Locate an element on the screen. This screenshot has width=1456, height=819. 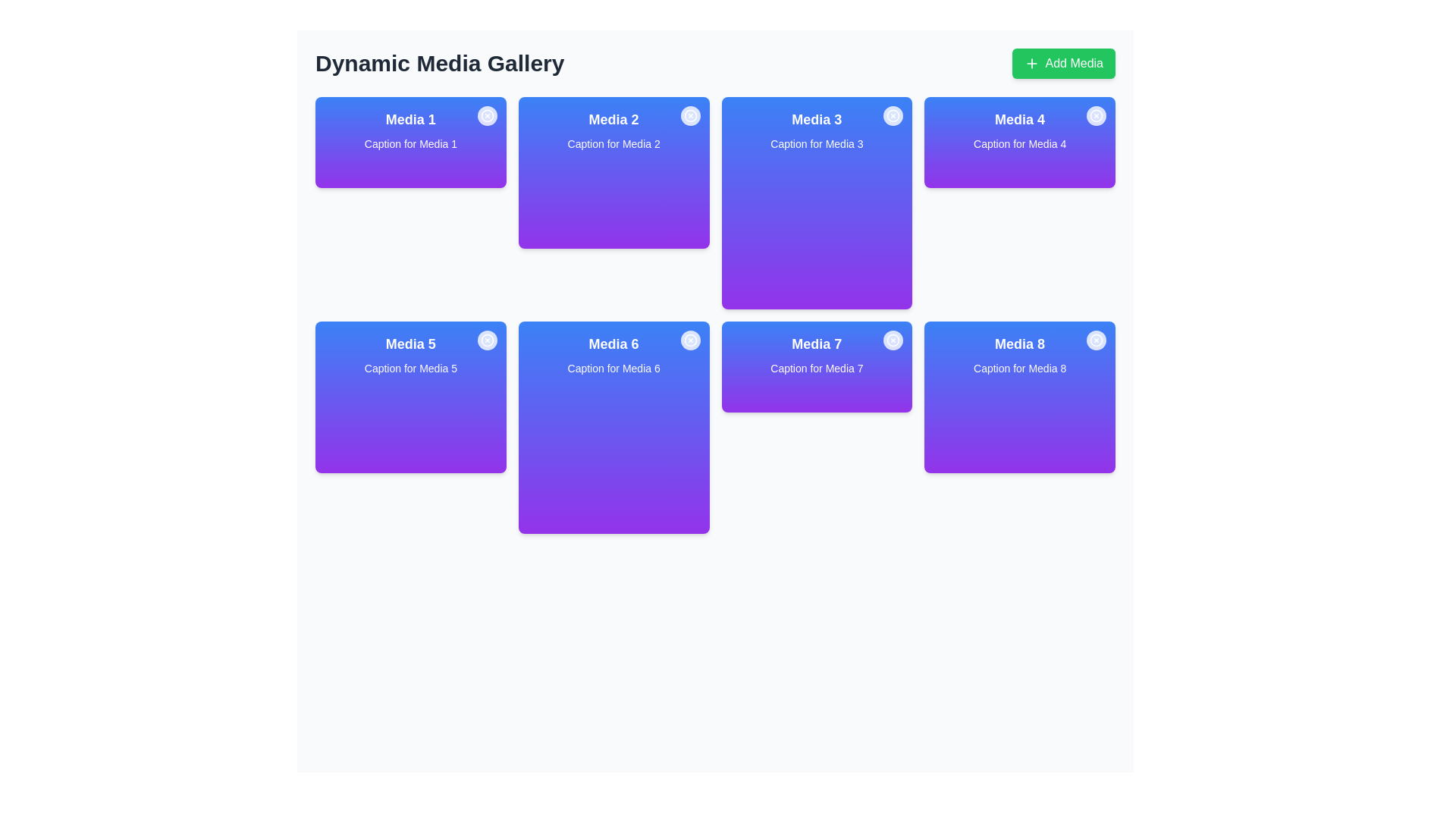
the circular button icon with a cross symbol located in the top-right corner of the Media 3 card to observe its visual changes is located at coordinates (893, 116).